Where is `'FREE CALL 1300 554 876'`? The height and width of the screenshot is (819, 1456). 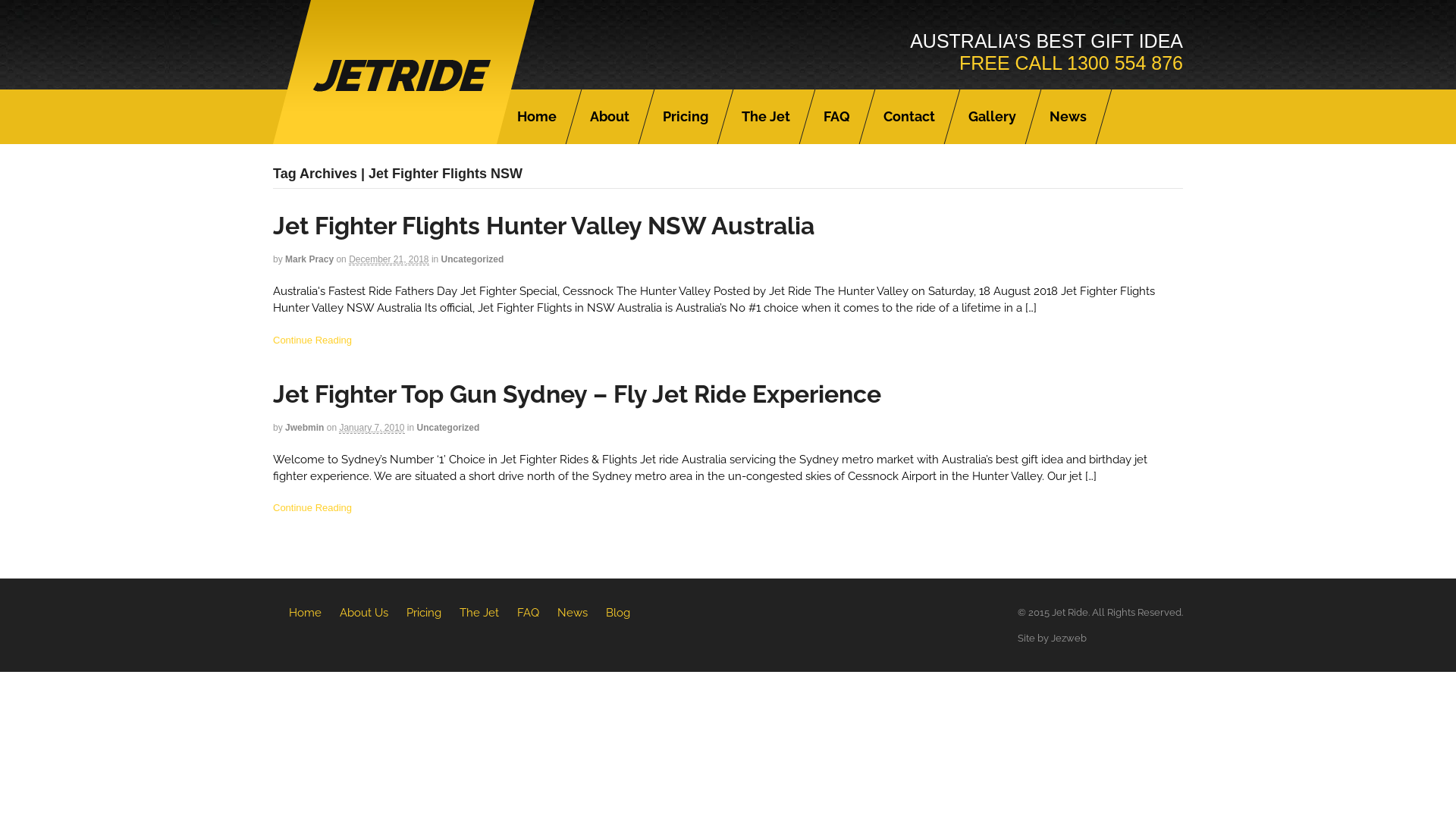
'FREE CALL 1300 554 876' is located at coordinates (1070, 62).